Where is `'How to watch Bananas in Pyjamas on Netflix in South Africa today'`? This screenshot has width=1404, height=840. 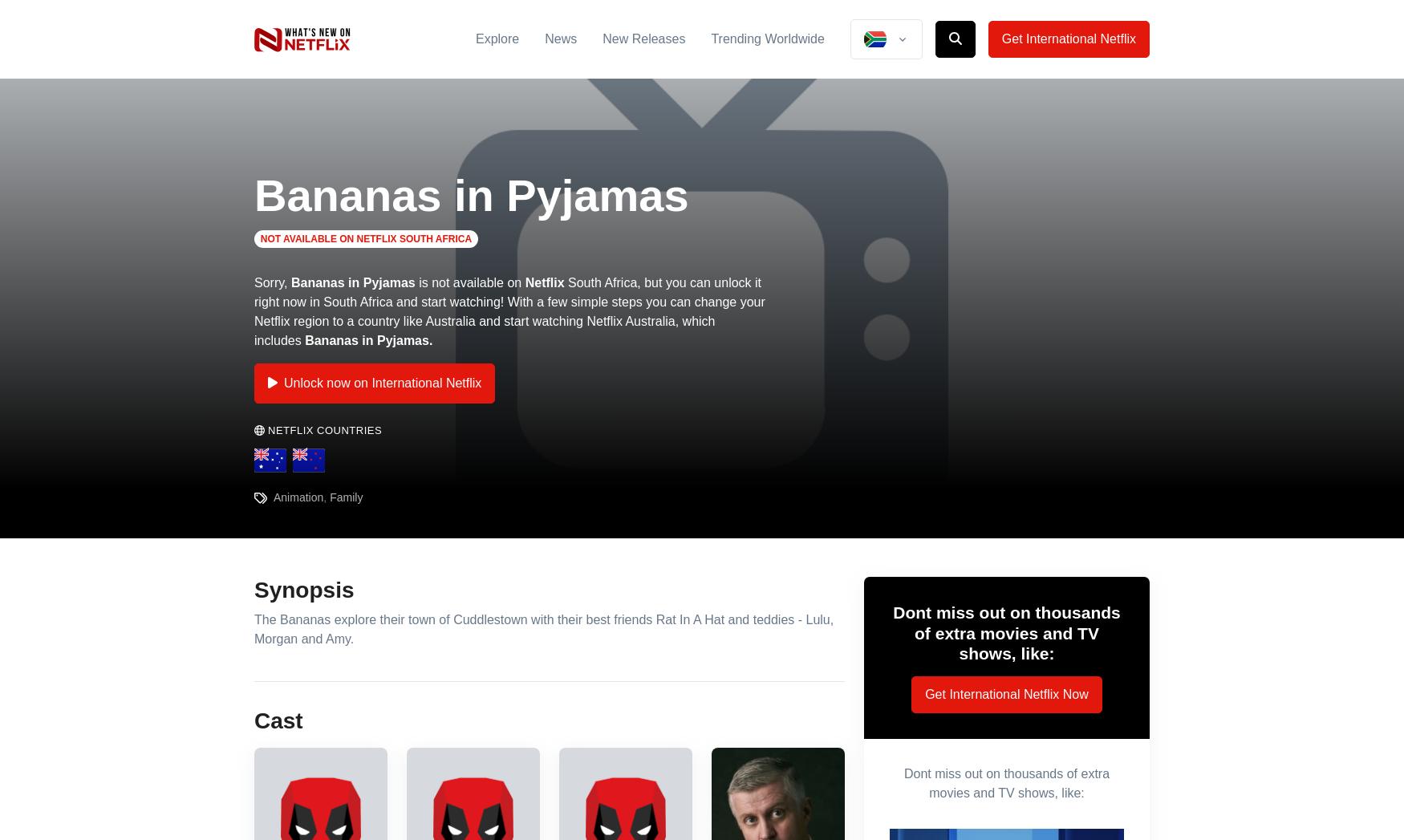 'How to watch Bananas in Pyjamas on Netflix in South Africa today' is located at coordinates (530, 376).